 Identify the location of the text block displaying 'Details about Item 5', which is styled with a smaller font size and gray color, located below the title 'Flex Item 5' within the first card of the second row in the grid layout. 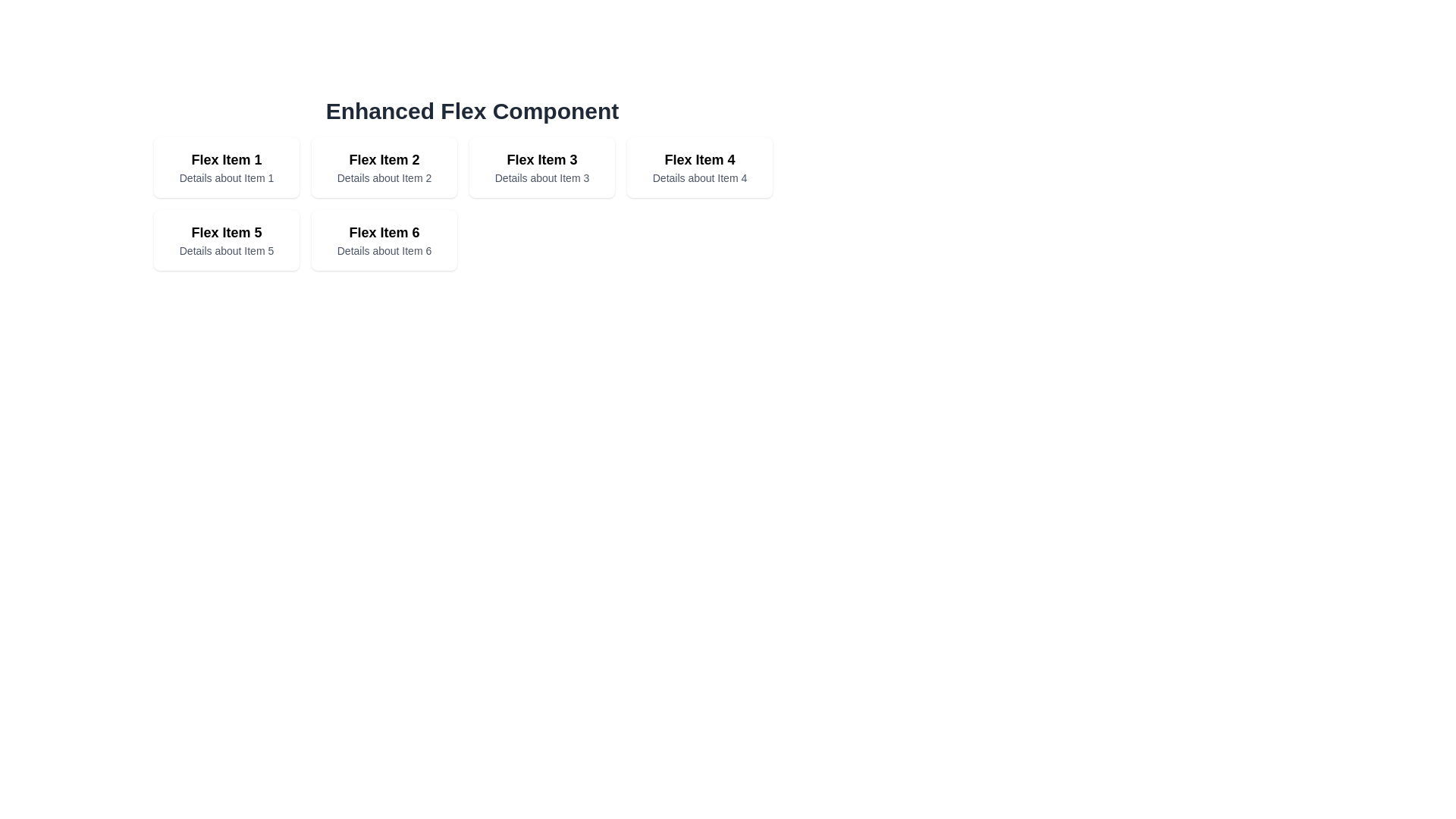
(225, 250).